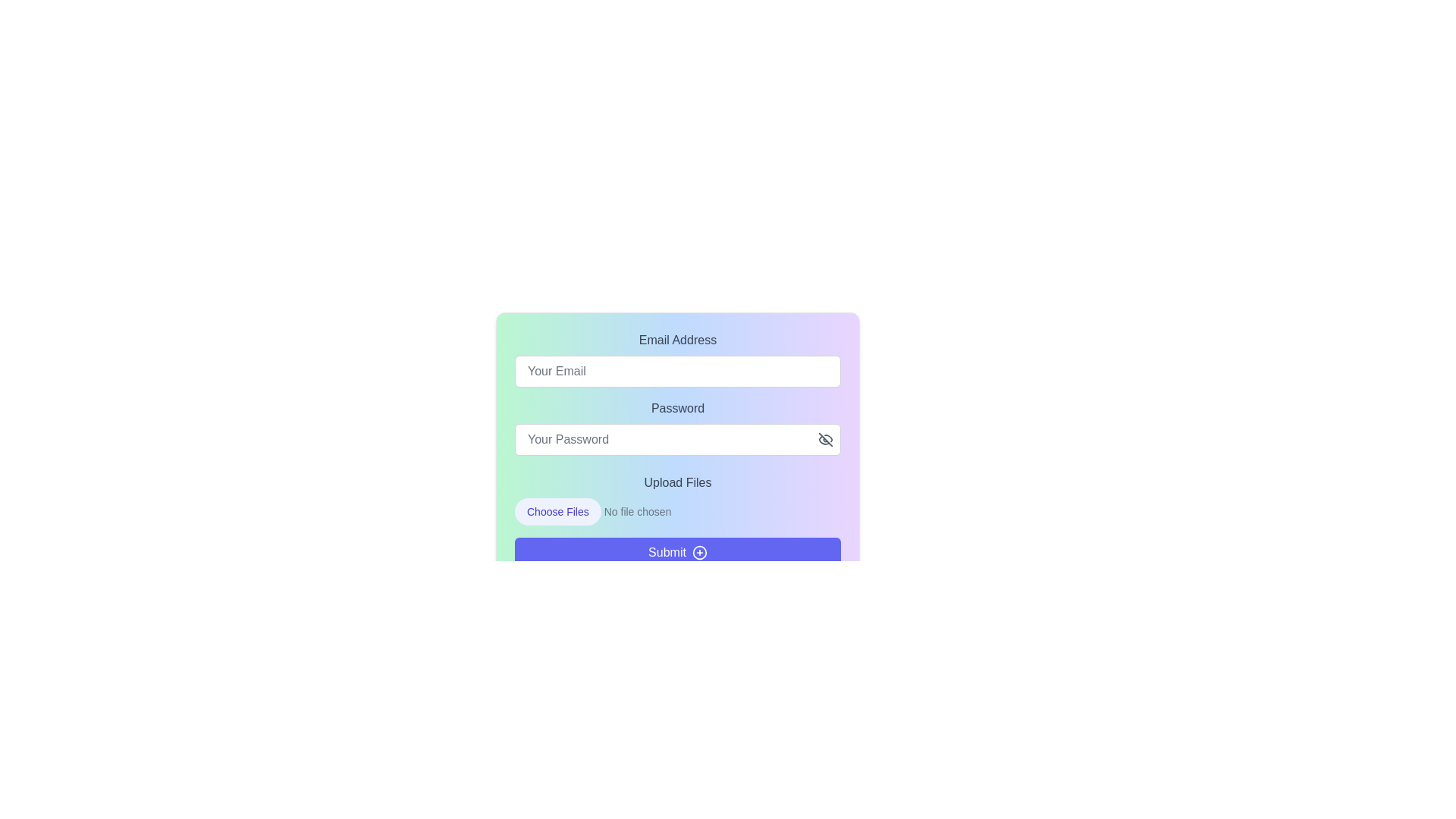  Describe the element at coordinates (676, 553) in the screenshot. I see `the 'Submit' button with rounded corners and a solid indigo background to observe the visual feedback` at that location.